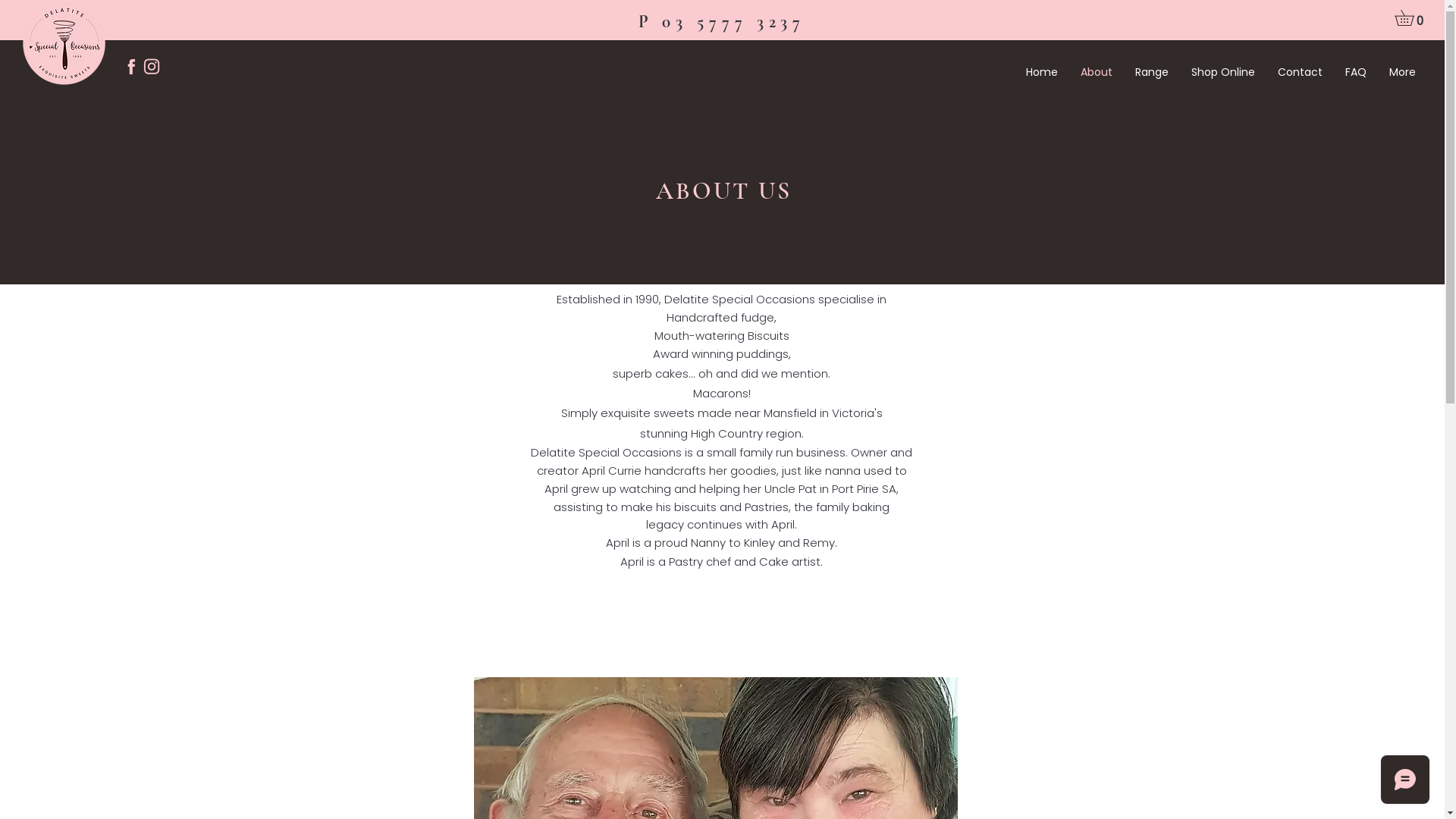 This screenshot has width=1456, height=819. Describe the element at coordinates (1040, 72) in the screenshot. I see `'Home'` at that location.